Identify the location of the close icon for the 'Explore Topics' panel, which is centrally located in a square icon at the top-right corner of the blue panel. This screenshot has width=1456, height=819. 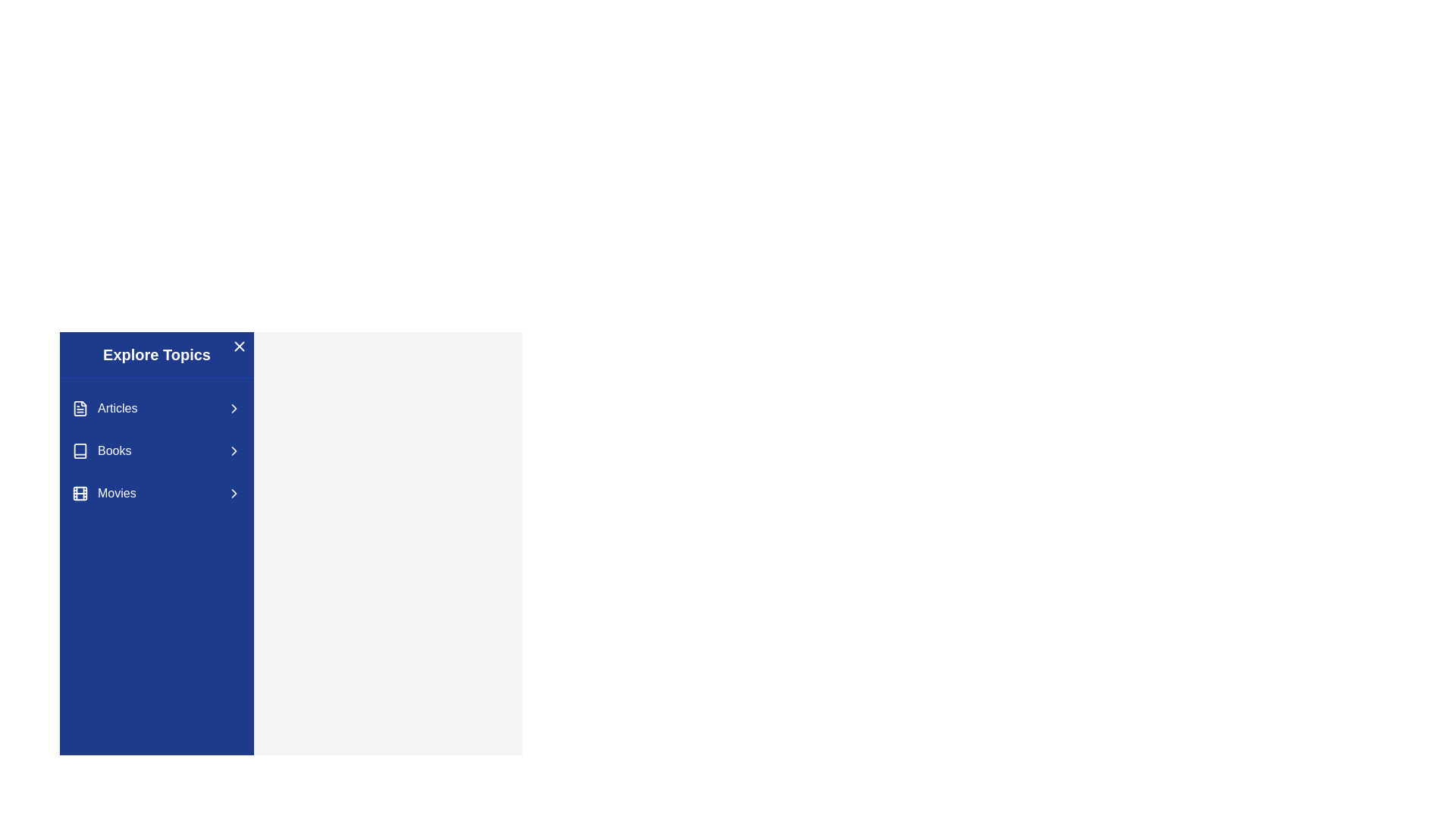
(239, 346).